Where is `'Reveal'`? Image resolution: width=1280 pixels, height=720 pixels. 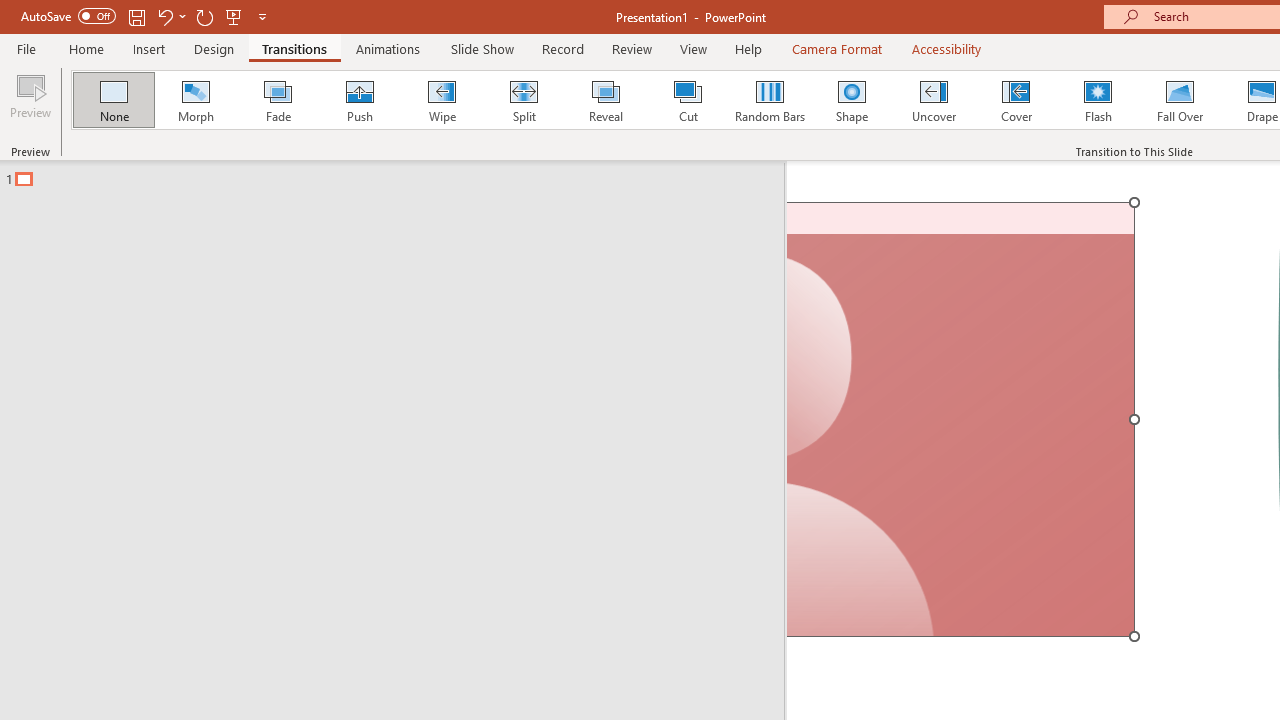
'Reveal' is located at coordinates (604, 100).